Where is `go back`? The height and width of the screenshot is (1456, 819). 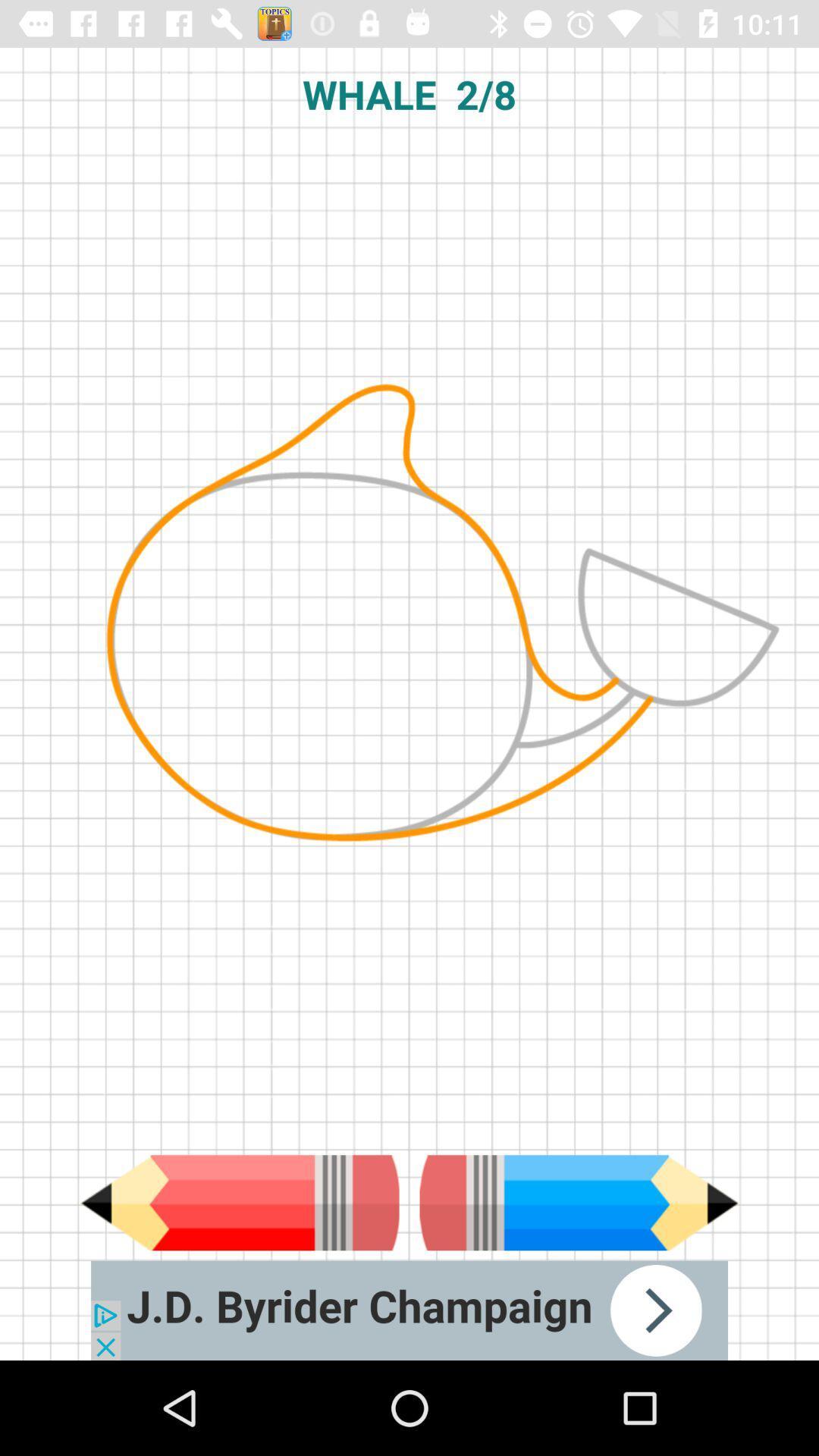
go back is located at coordinates (239, 1202).